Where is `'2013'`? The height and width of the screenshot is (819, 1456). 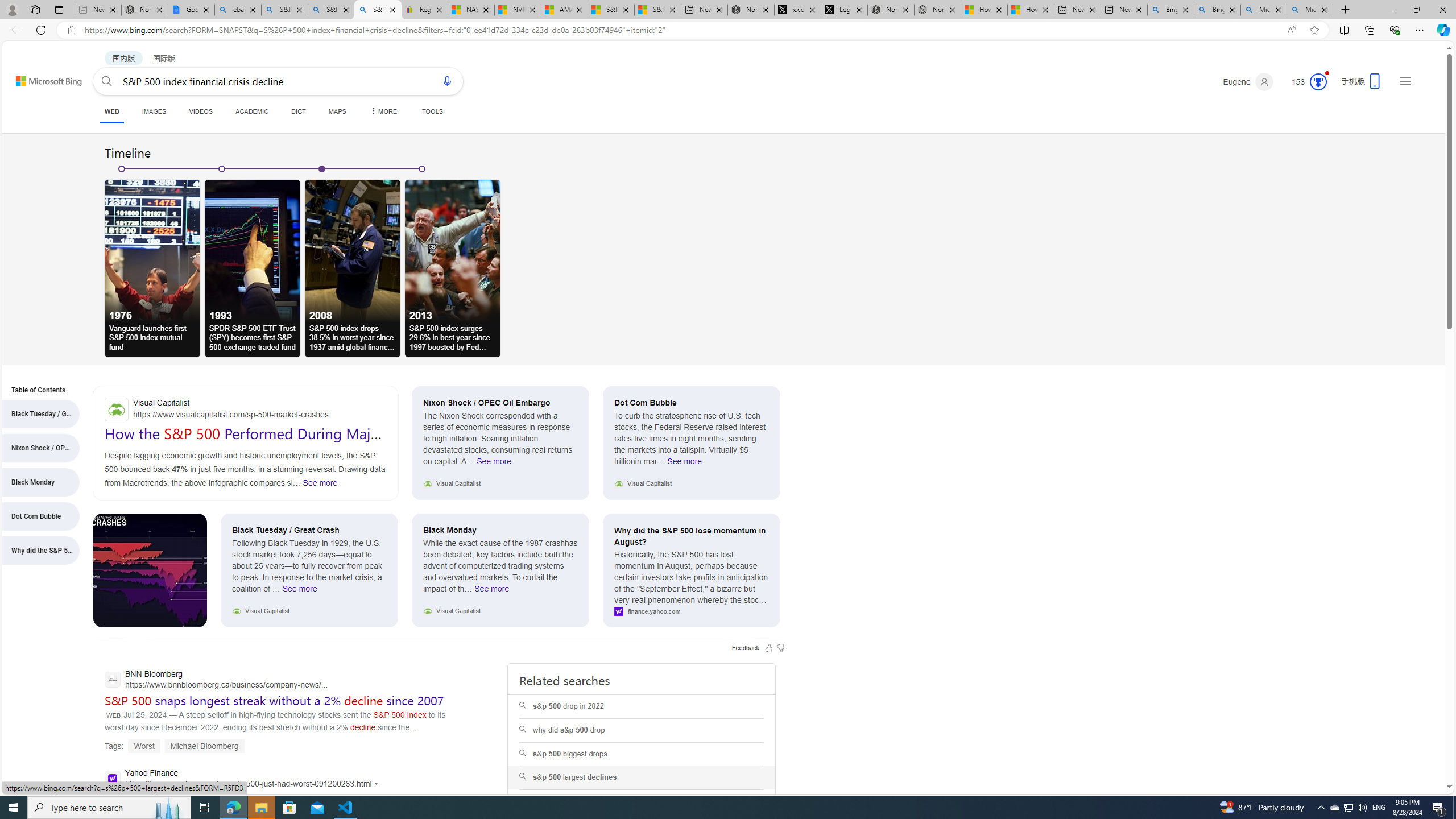
'2013' is located at coordinates (452, 250).